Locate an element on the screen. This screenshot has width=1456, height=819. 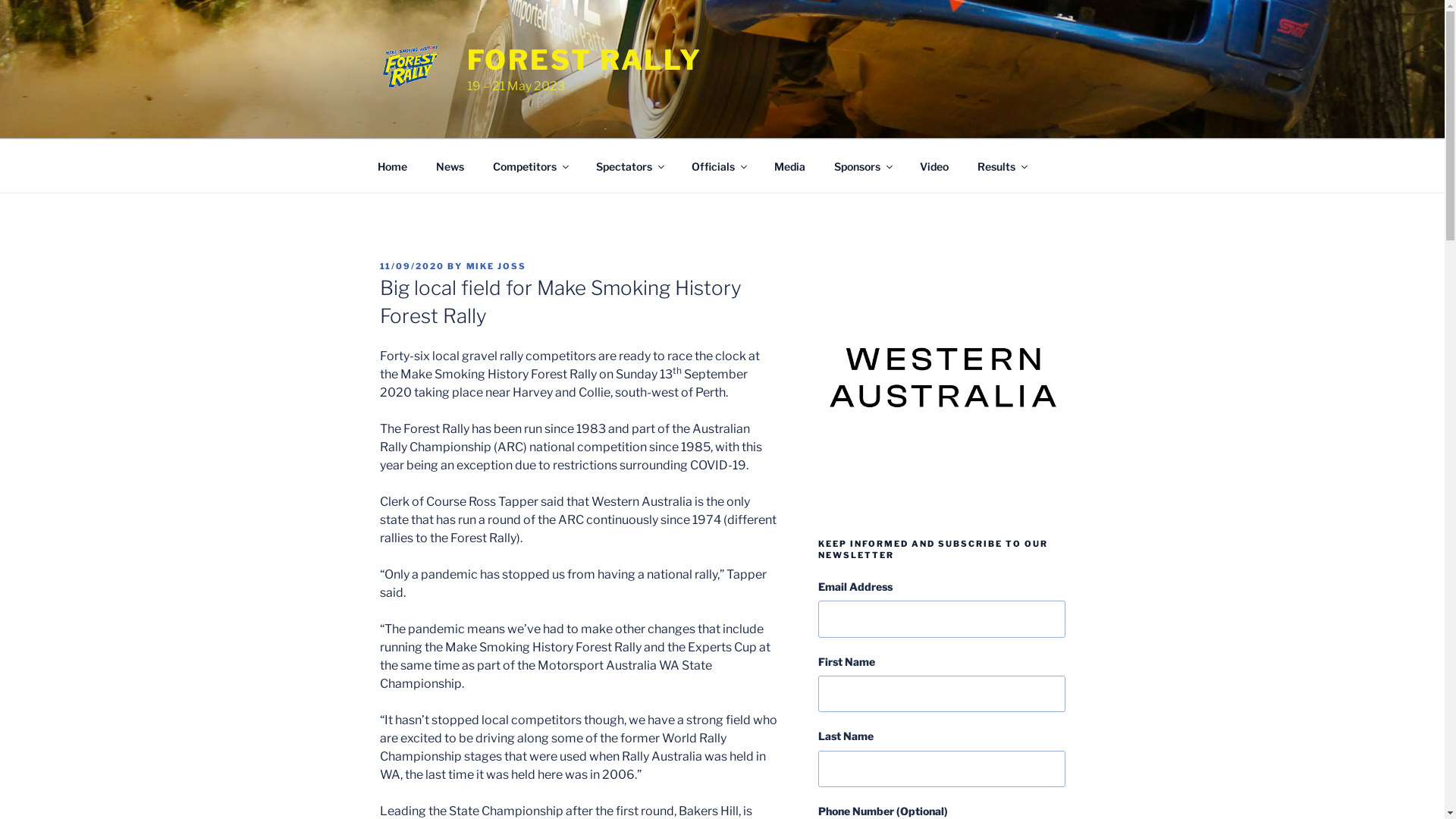
'Video' is located at coordinates (934, 165).